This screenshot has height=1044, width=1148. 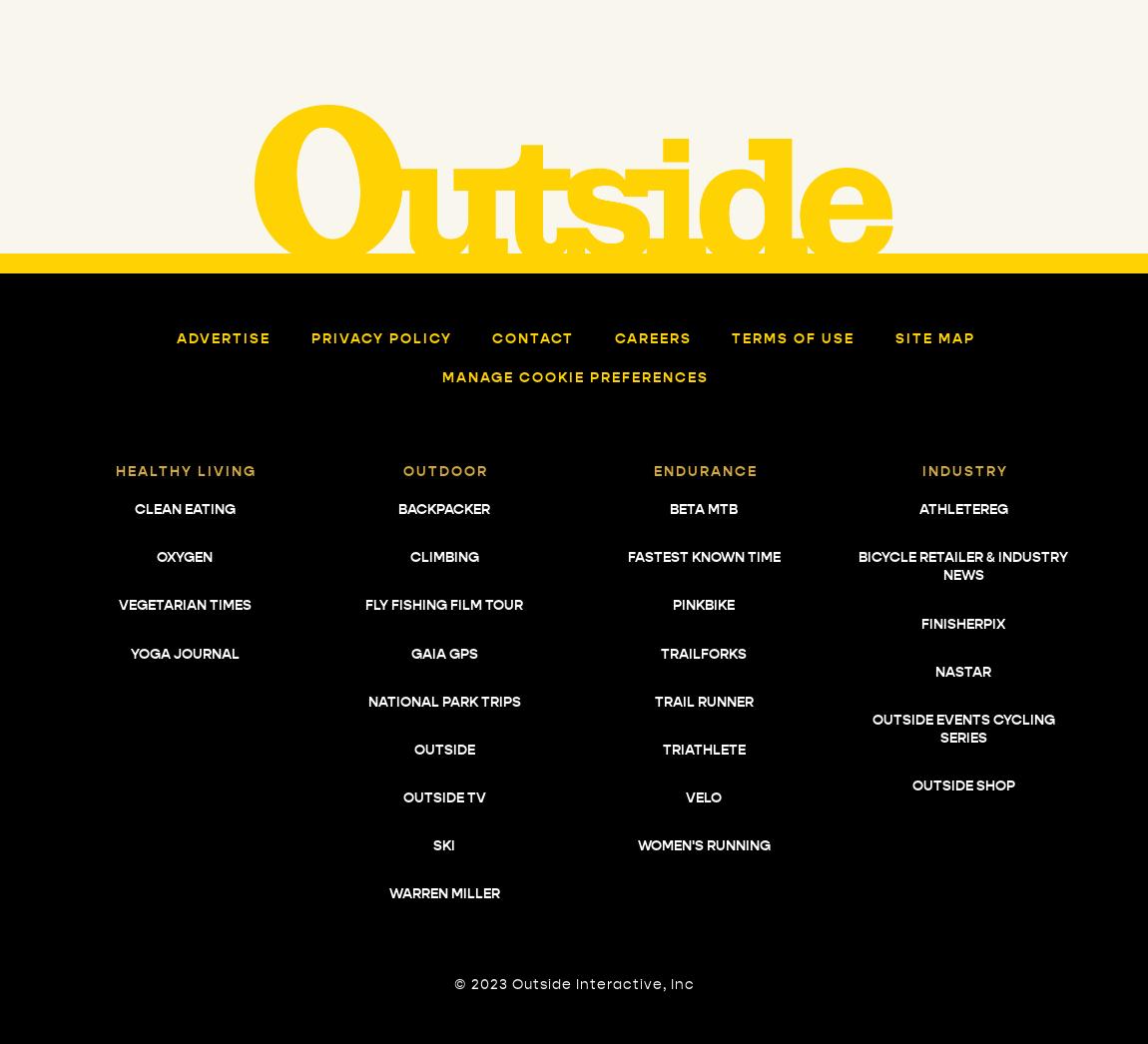 I want to click on 'Outside Events Cycling Series', so click(x=962, y=729).